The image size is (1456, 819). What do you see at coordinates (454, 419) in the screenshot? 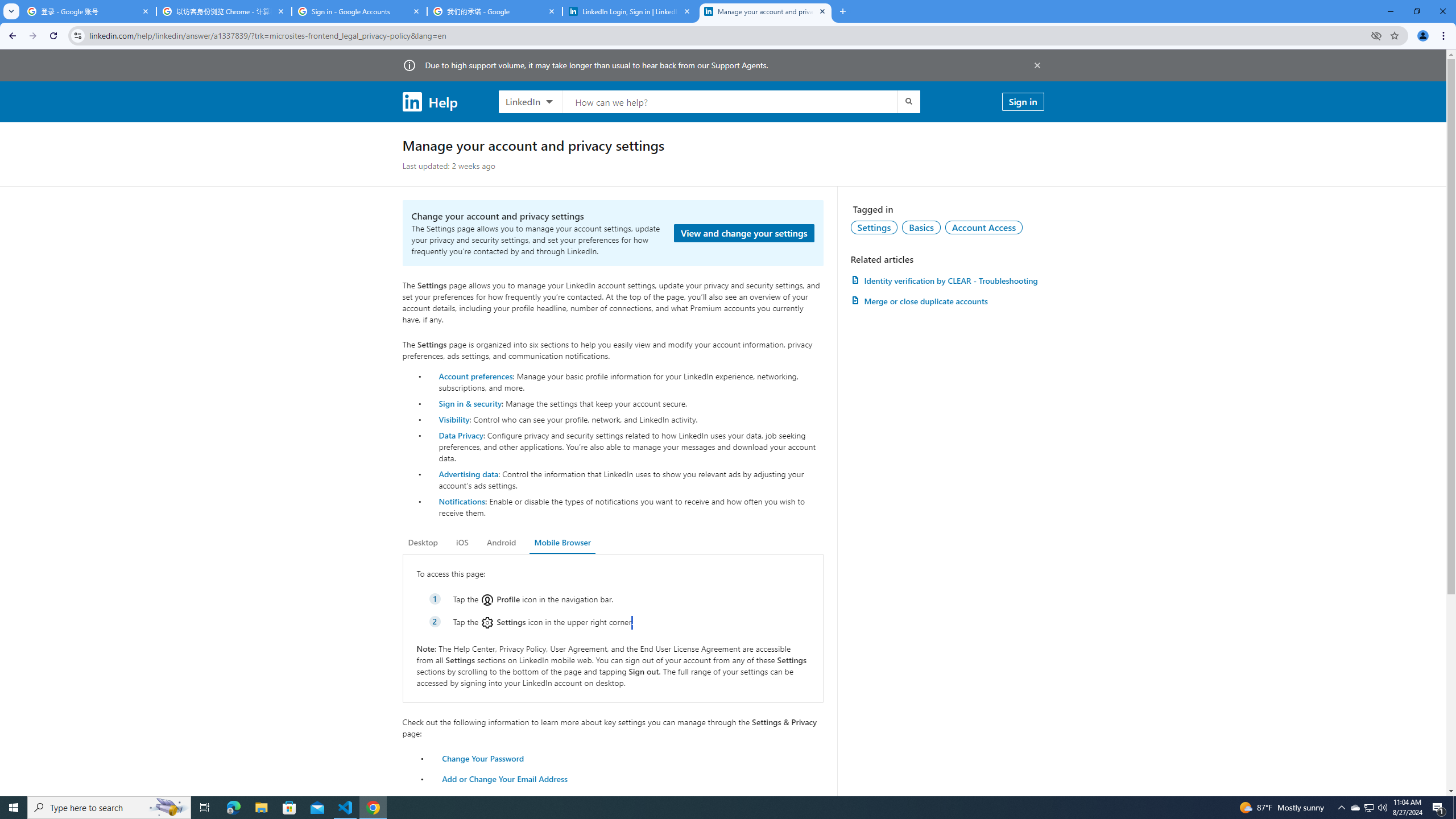
I see `'Visibility'` at bounding box center [454, 419].